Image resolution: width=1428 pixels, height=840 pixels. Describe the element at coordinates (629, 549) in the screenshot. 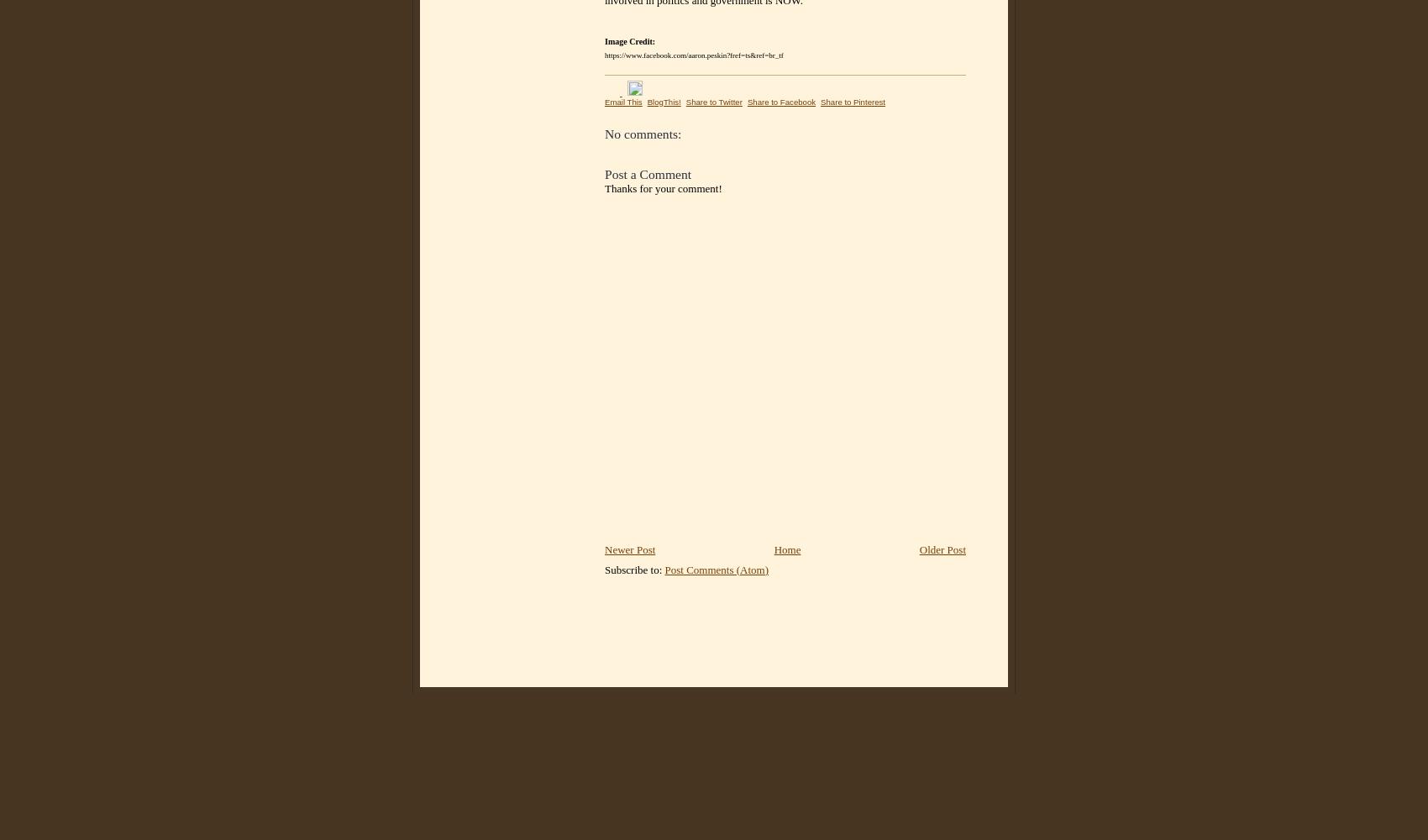

I see `'Newer Post'` at that location.